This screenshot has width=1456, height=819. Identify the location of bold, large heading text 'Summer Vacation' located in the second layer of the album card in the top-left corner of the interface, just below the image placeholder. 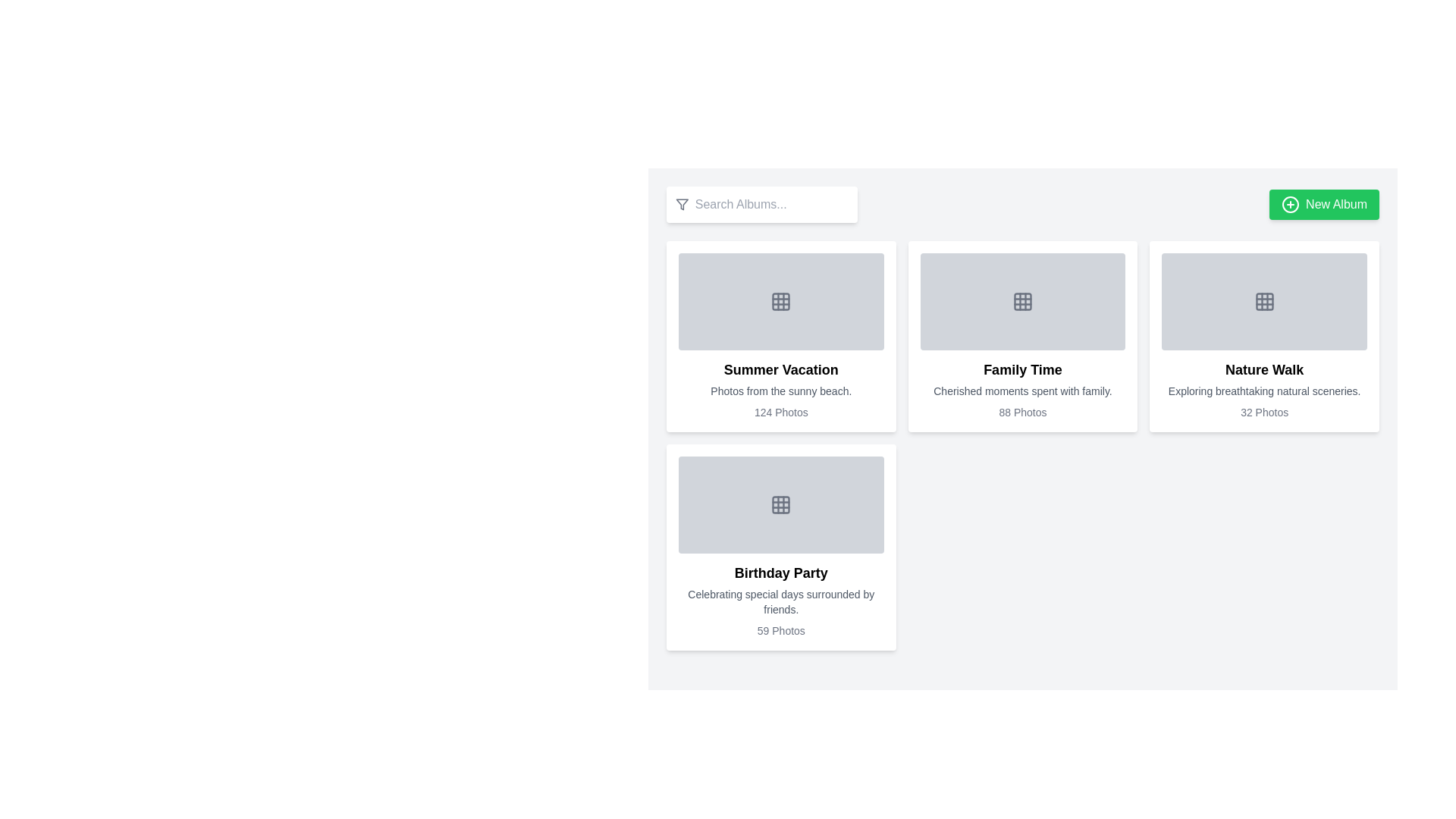
(781, 370).